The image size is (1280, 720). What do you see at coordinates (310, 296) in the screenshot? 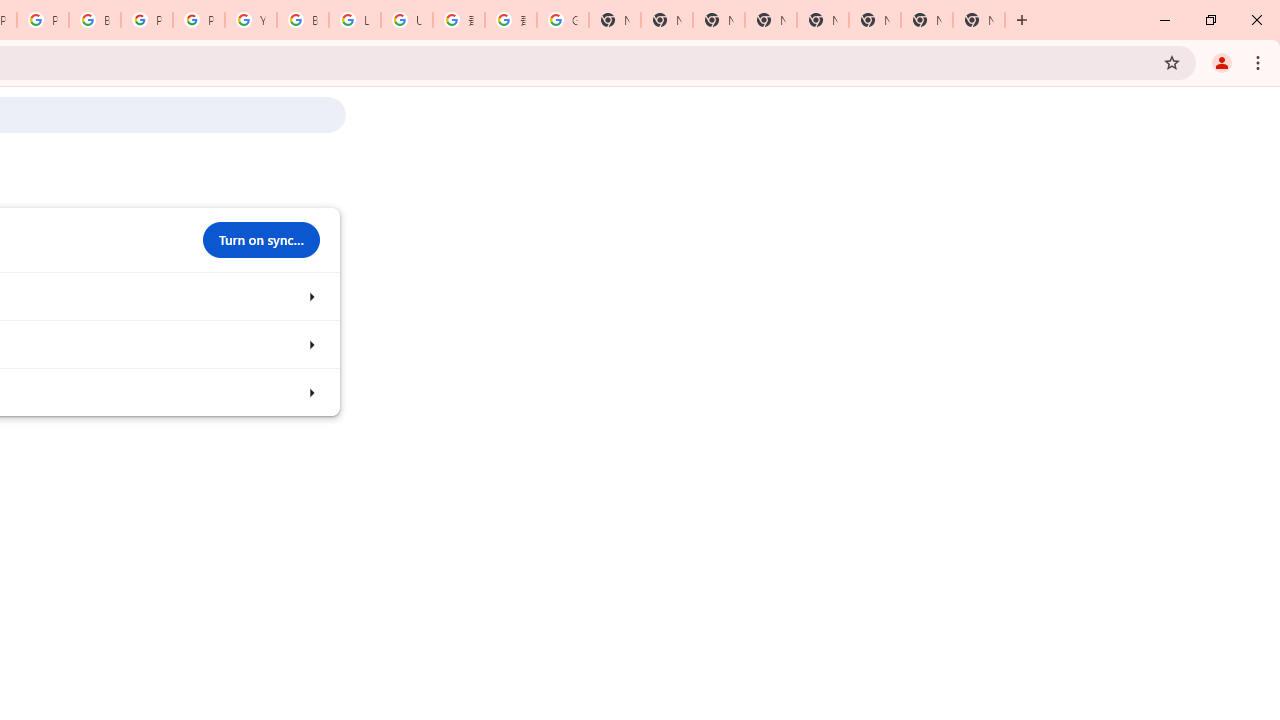
I see `'Sync and Google services'` at bounding box center [310, 296].